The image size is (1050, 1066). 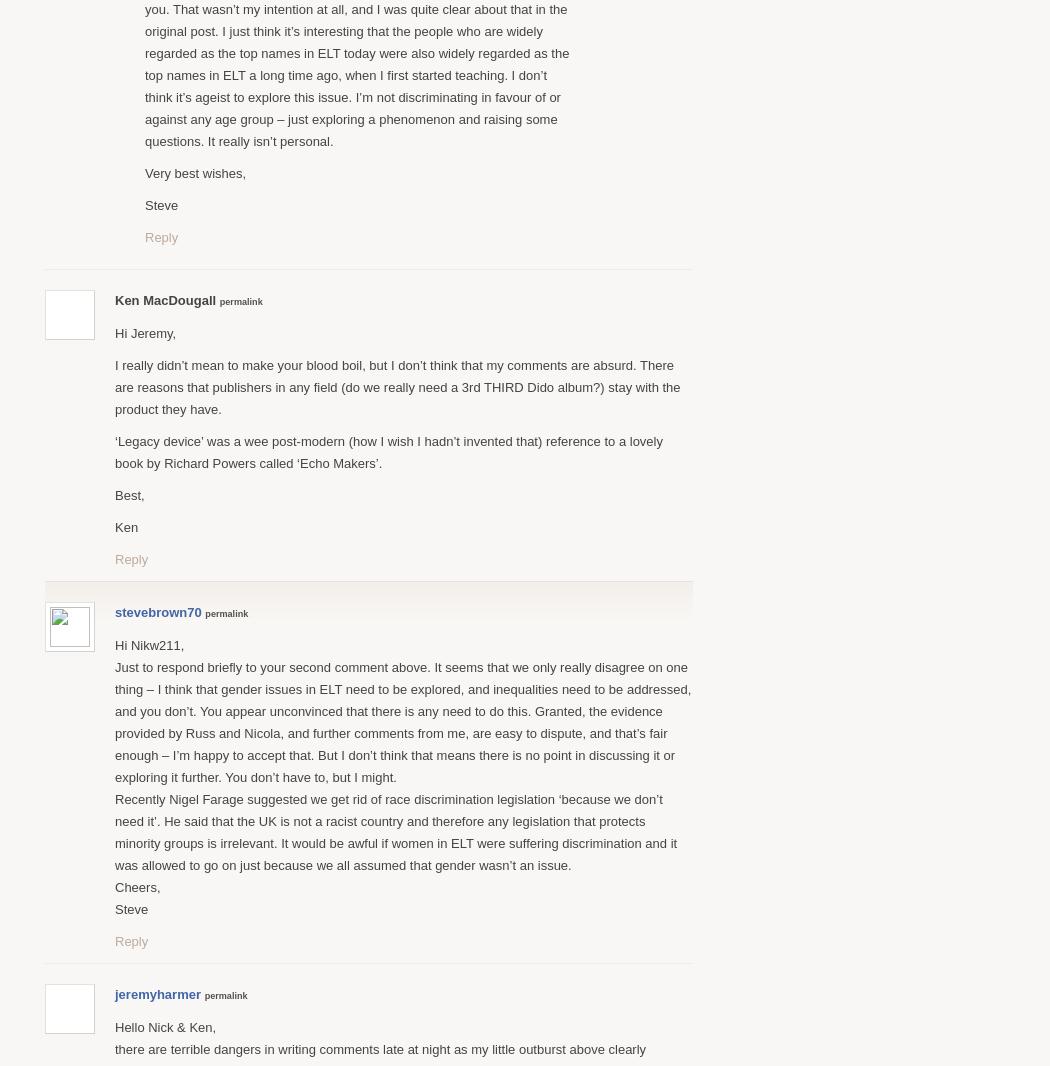 I want to click on 'Best,', so click(x=128, y=494).